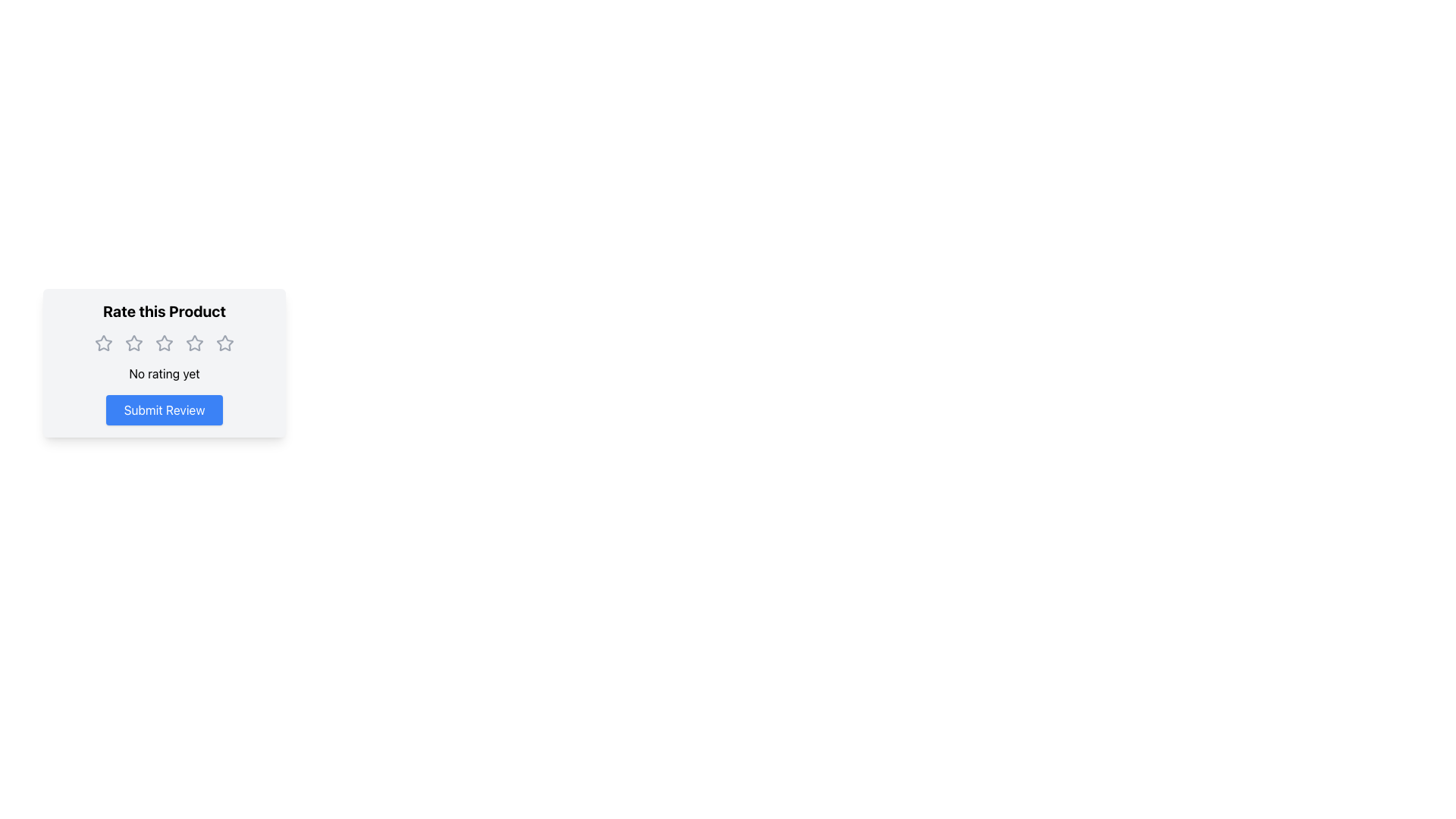  I want to click on the first unfilled gray star icon in the rating component below the text 'Rate this Product', so click(103, 343).